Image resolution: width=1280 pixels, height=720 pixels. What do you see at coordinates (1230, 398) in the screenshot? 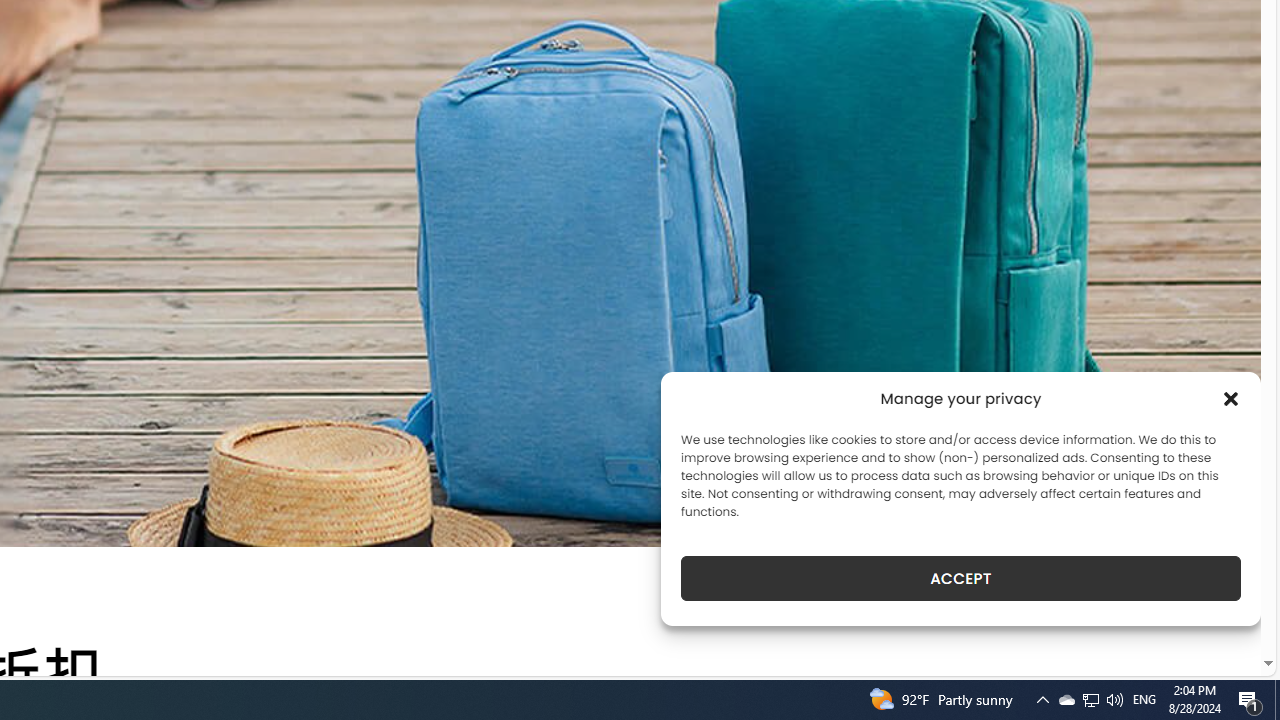
I see `'Class: cmplz-close'` at bounding box center [1230, 398].